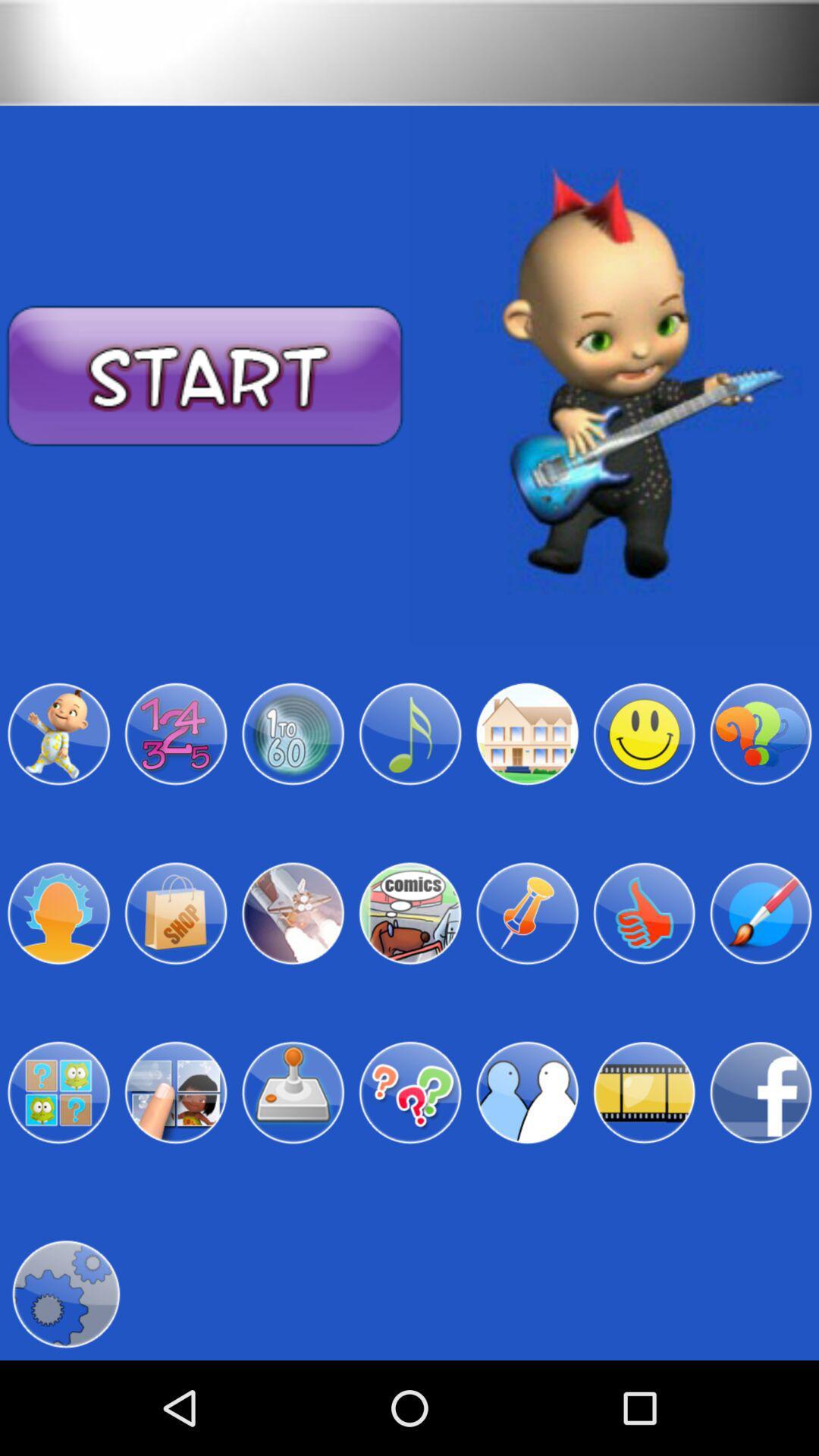 This screenshot has height=1456, width=819. What do you see at coordinates (205, 376) in the screenshot?
I see `start playing` at bounding box center [205, 376].